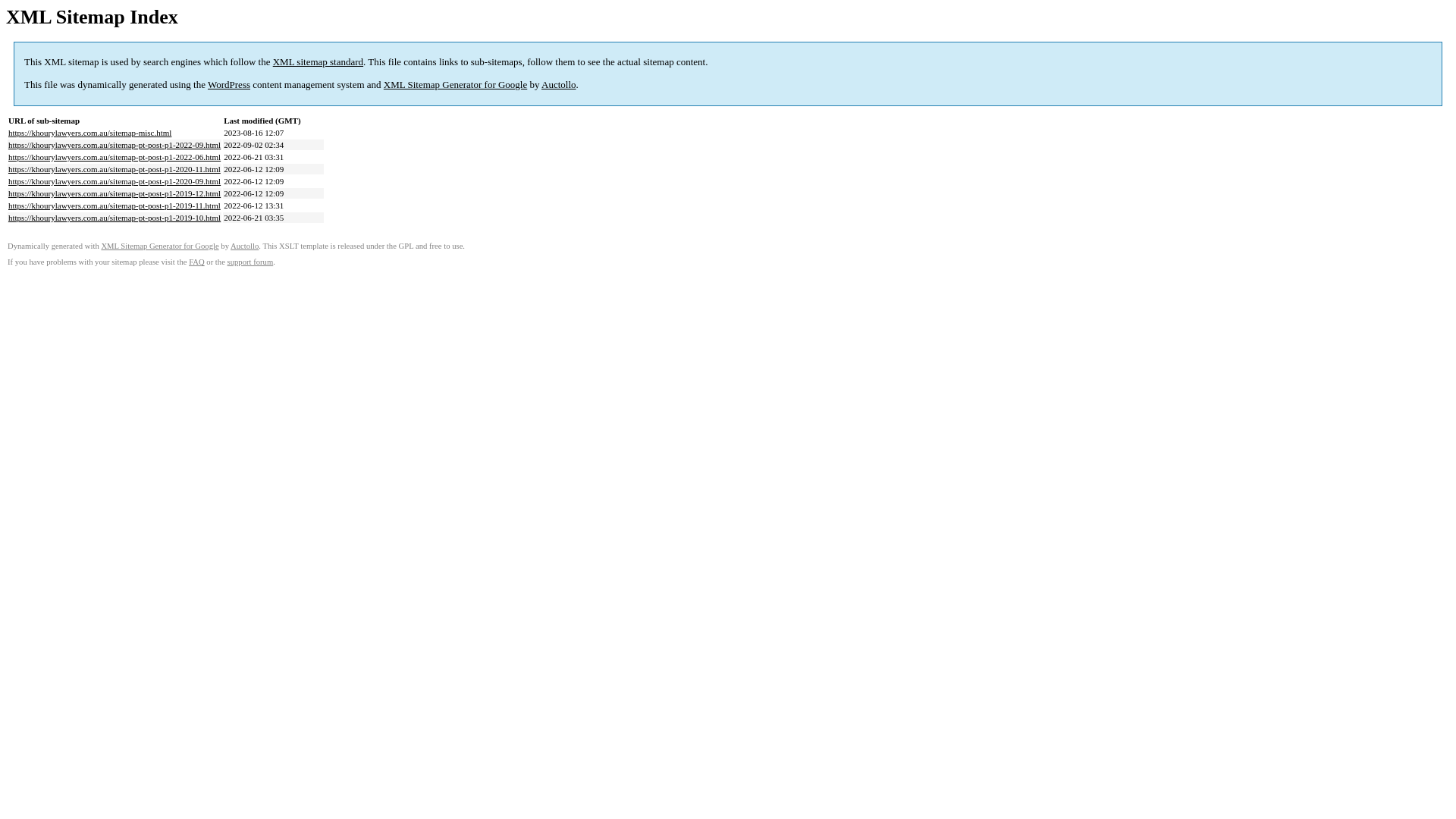 The height and width of the screenshot is (819, 1456). I want to click on 'support forum', so click(250, 261).